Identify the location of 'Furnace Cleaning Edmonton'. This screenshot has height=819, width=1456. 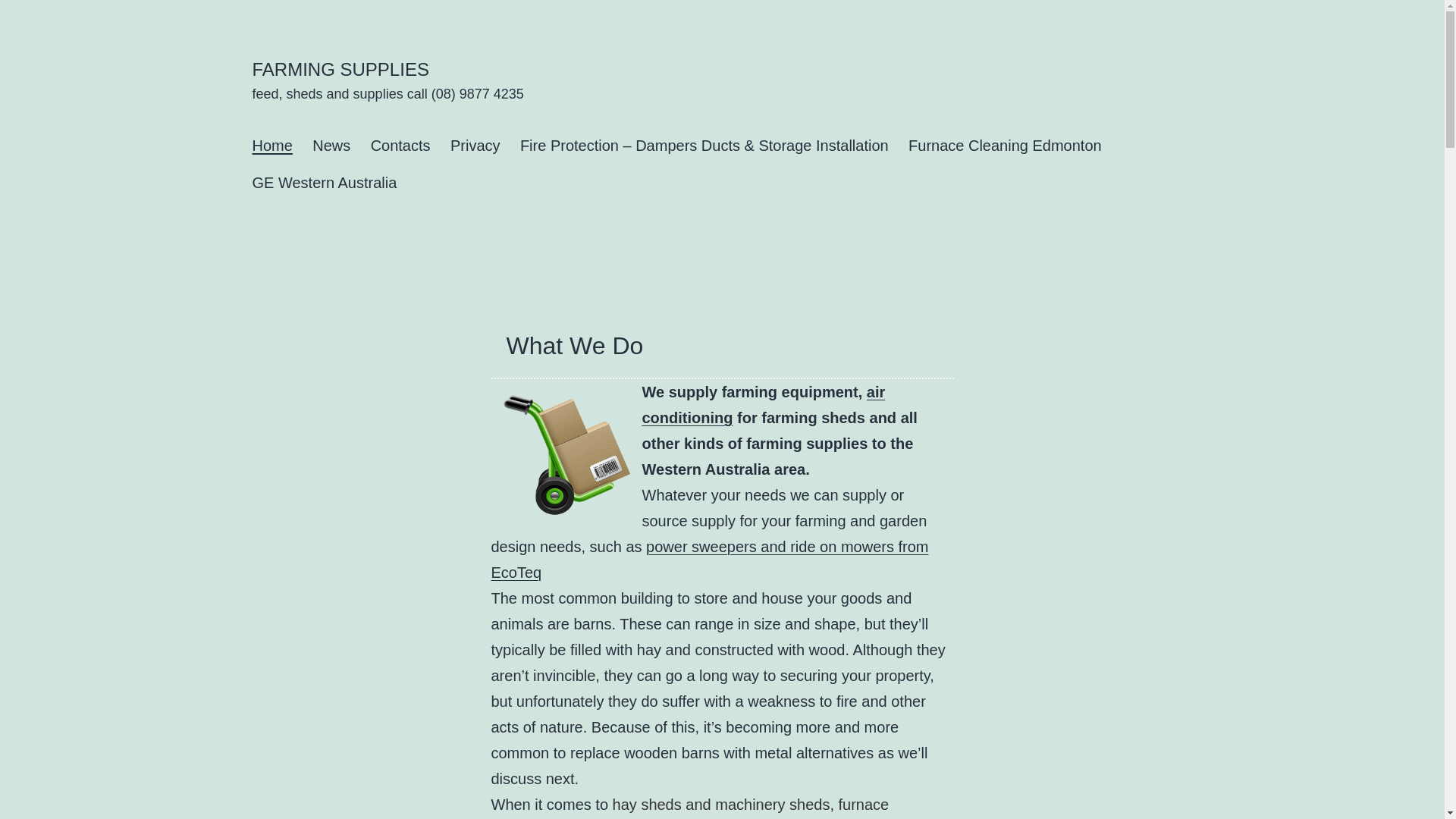
(1005, 145).